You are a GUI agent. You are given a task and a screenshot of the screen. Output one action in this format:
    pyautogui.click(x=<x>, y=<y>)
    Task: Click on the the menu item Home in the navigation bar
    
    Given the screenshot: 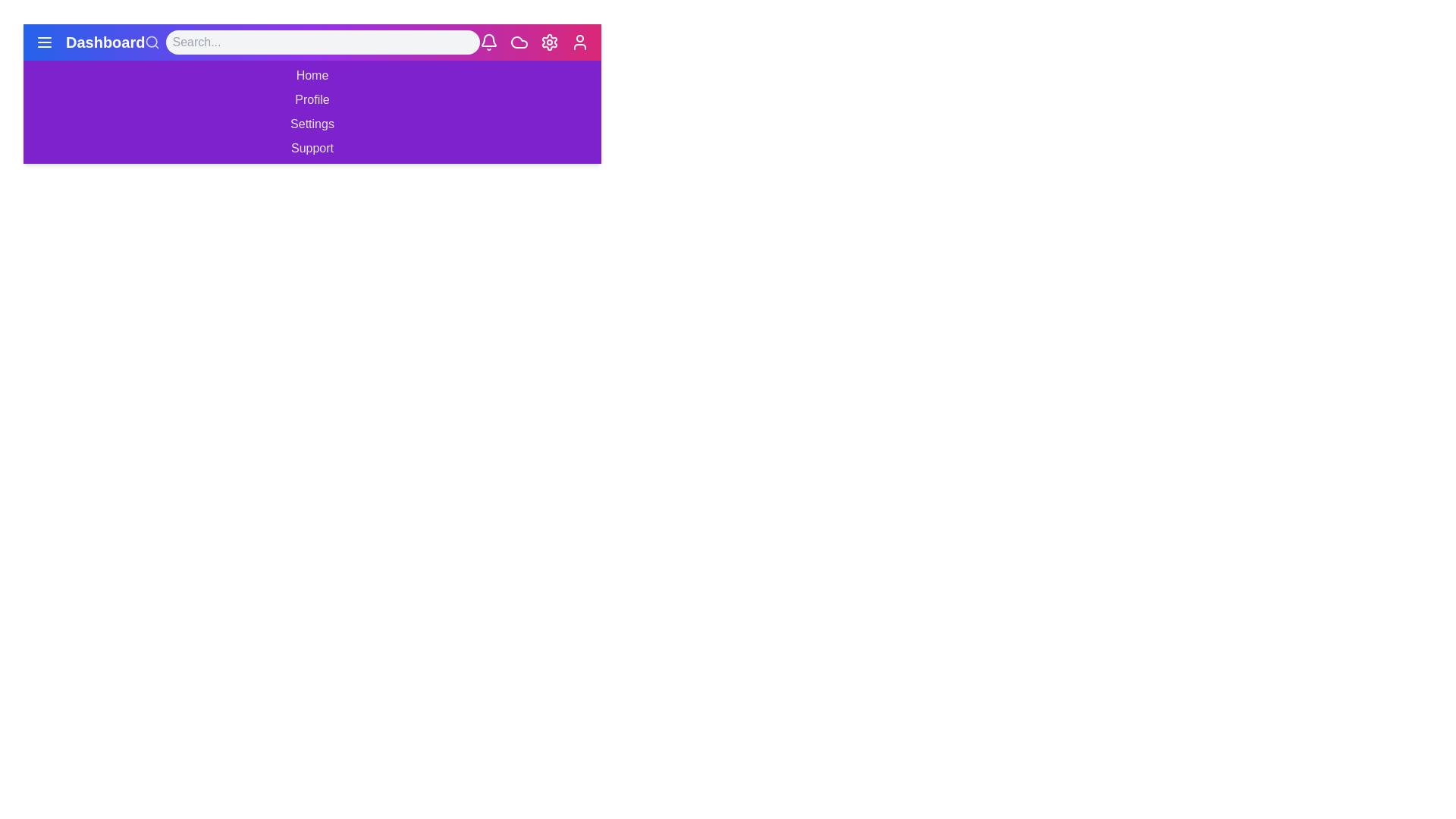 What is the action you would take?
    pyautogui.click(x=312, y=76)
    